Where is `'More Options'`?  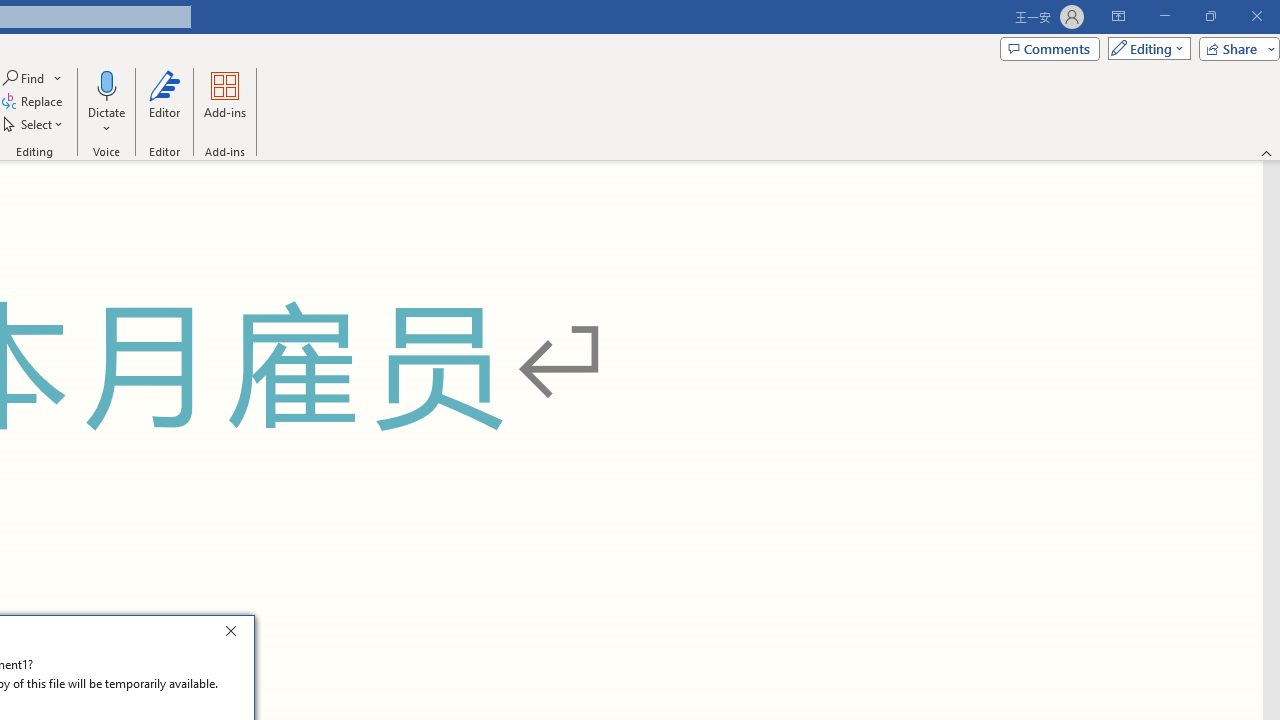 'More Options' is located at coordinates (105, 121).